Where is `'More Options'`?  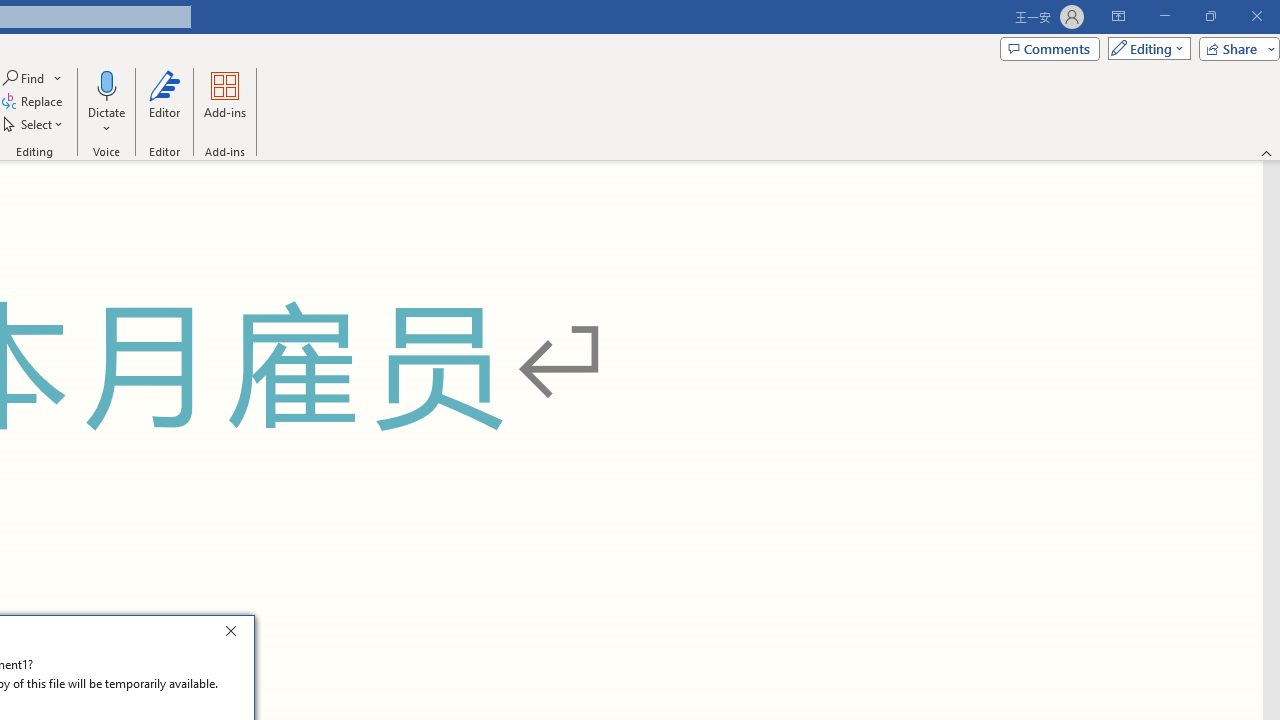 'More Options' is located at coordinates (105, 121).